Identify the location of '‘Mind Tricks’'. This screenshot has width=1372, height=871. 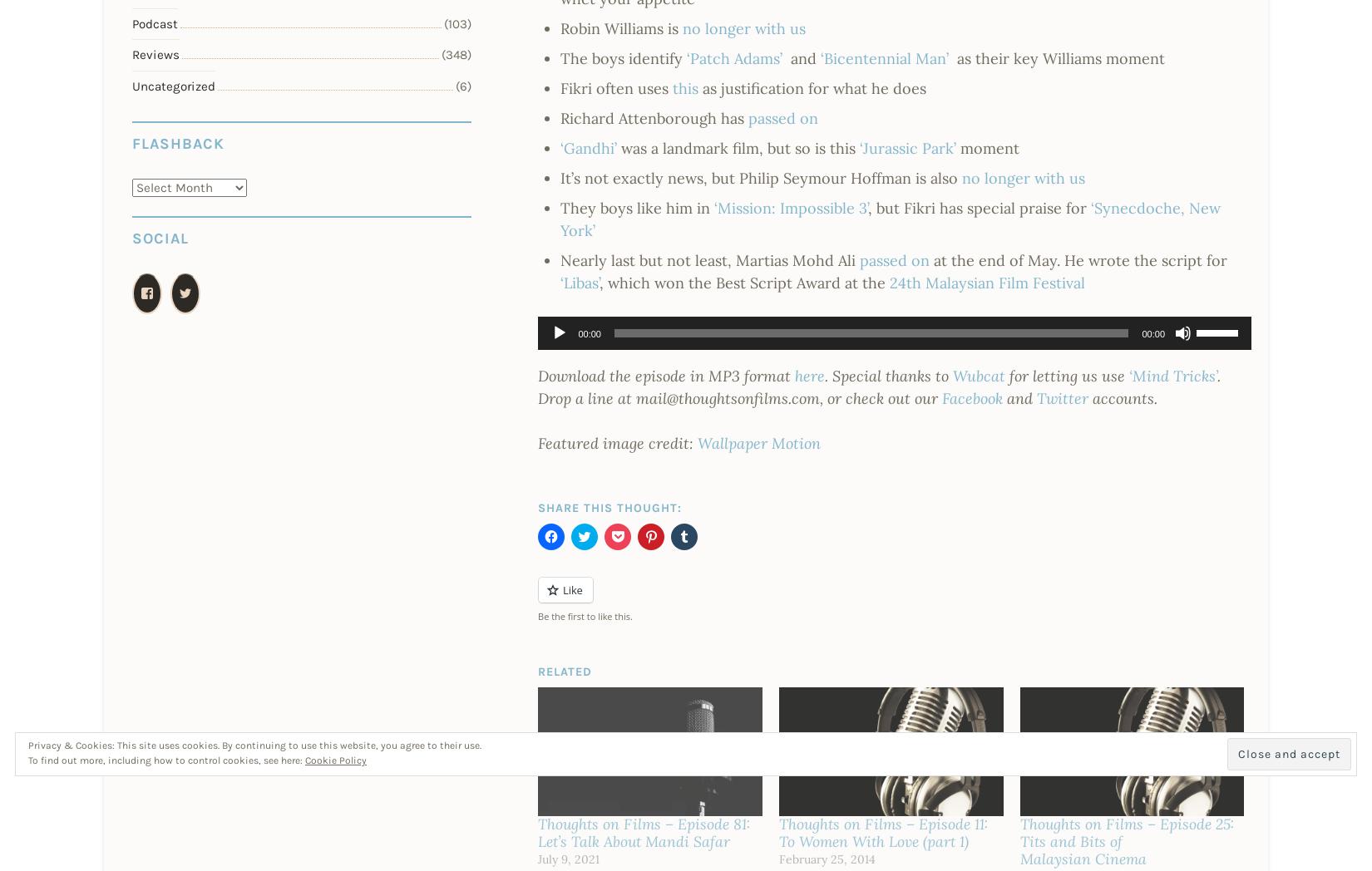
(1172, 374).